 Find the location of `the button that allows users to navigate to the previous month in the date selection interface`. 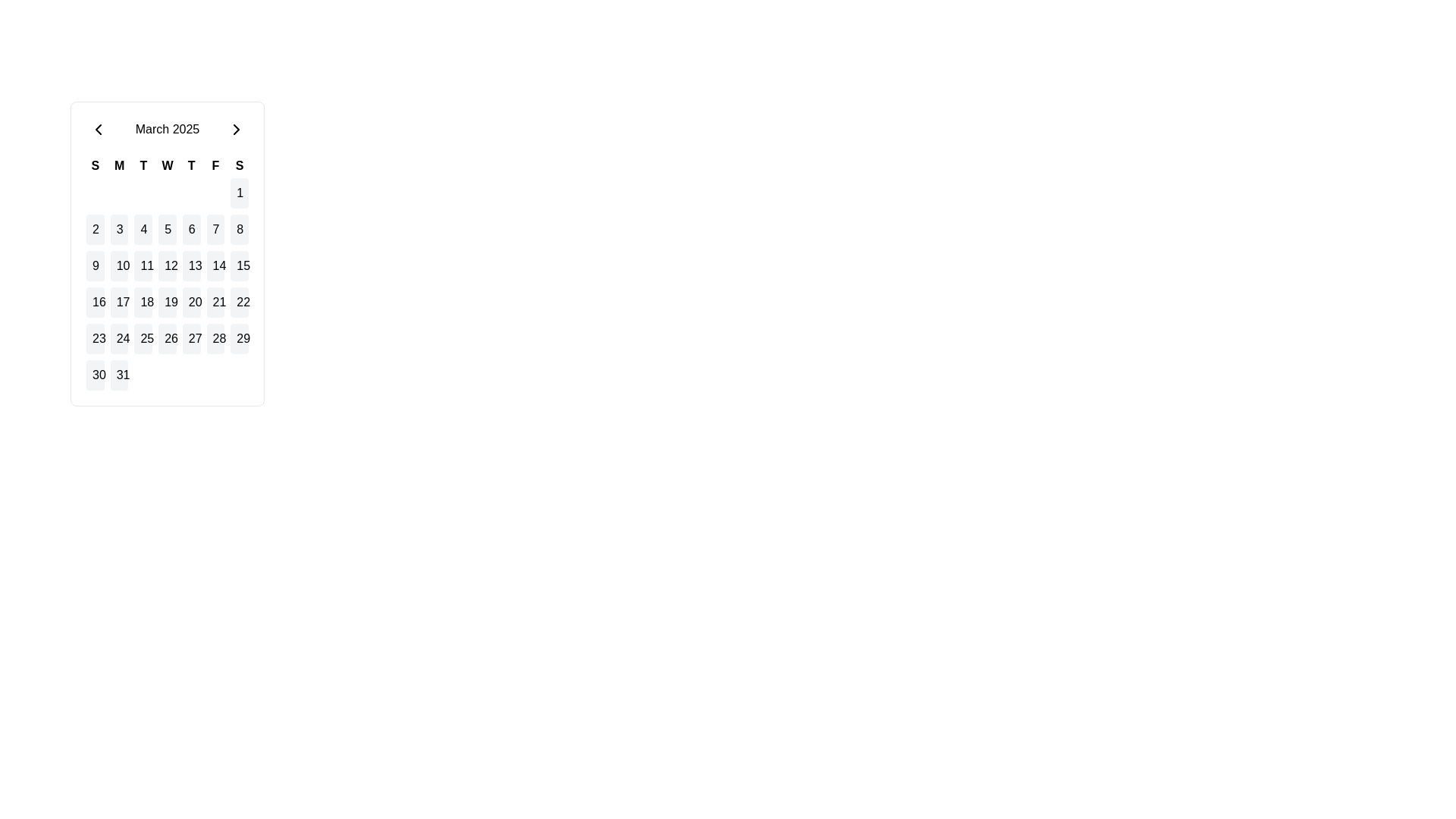

the button that allows users to navigate to the previous month in the date selection interface is located at coordinates (97, 128).